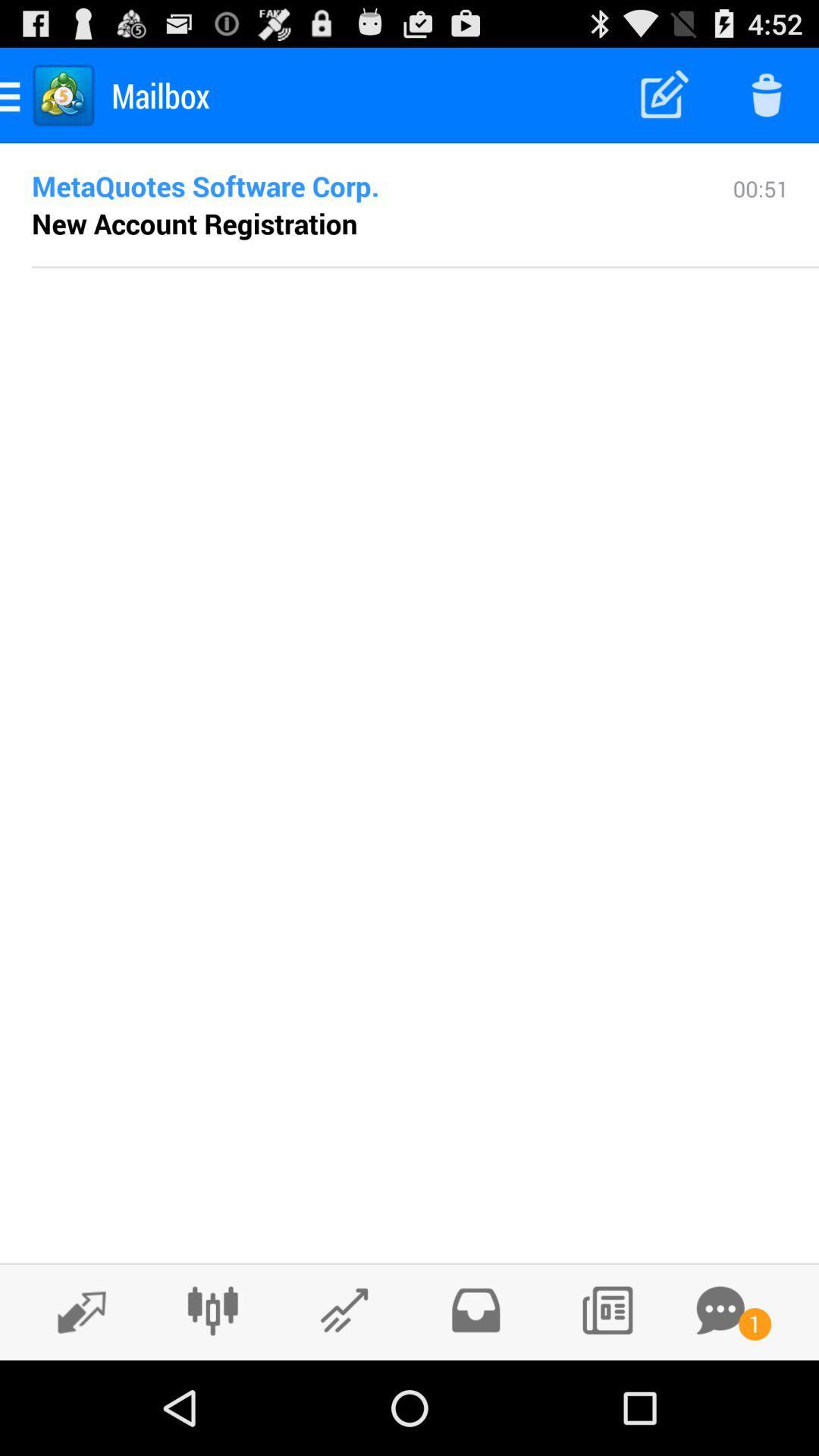 This screenshot has width=819, height=1456. What do you see at coordinates (425, 267) in the screenshot?
I see `the icon below the 00:51 item` at bounding box center [425, 267].